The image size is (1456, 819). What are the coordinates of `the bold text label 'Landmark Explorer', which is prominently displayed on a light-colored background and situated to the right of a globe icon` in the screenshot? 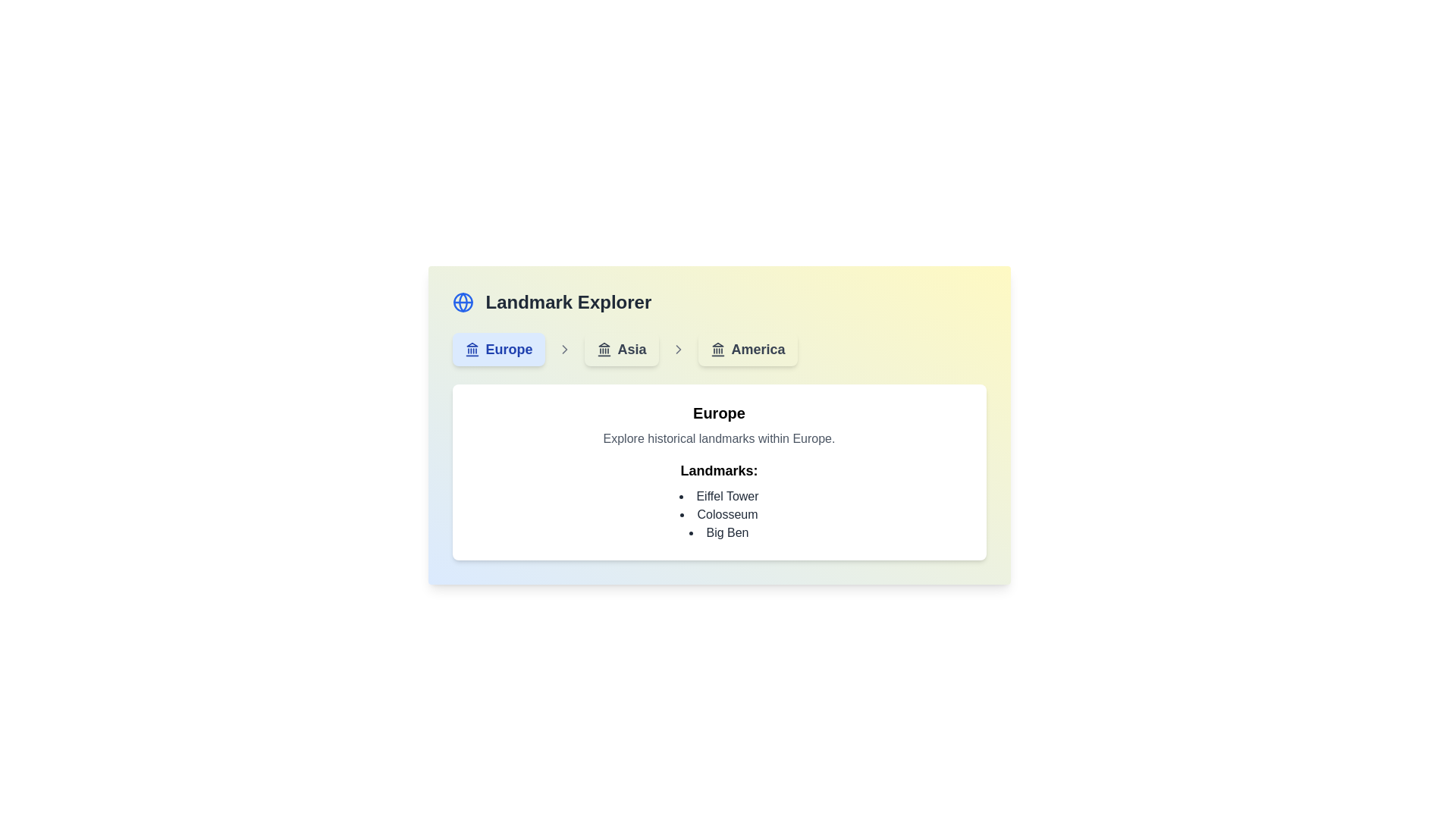 It's located at (567, 302).